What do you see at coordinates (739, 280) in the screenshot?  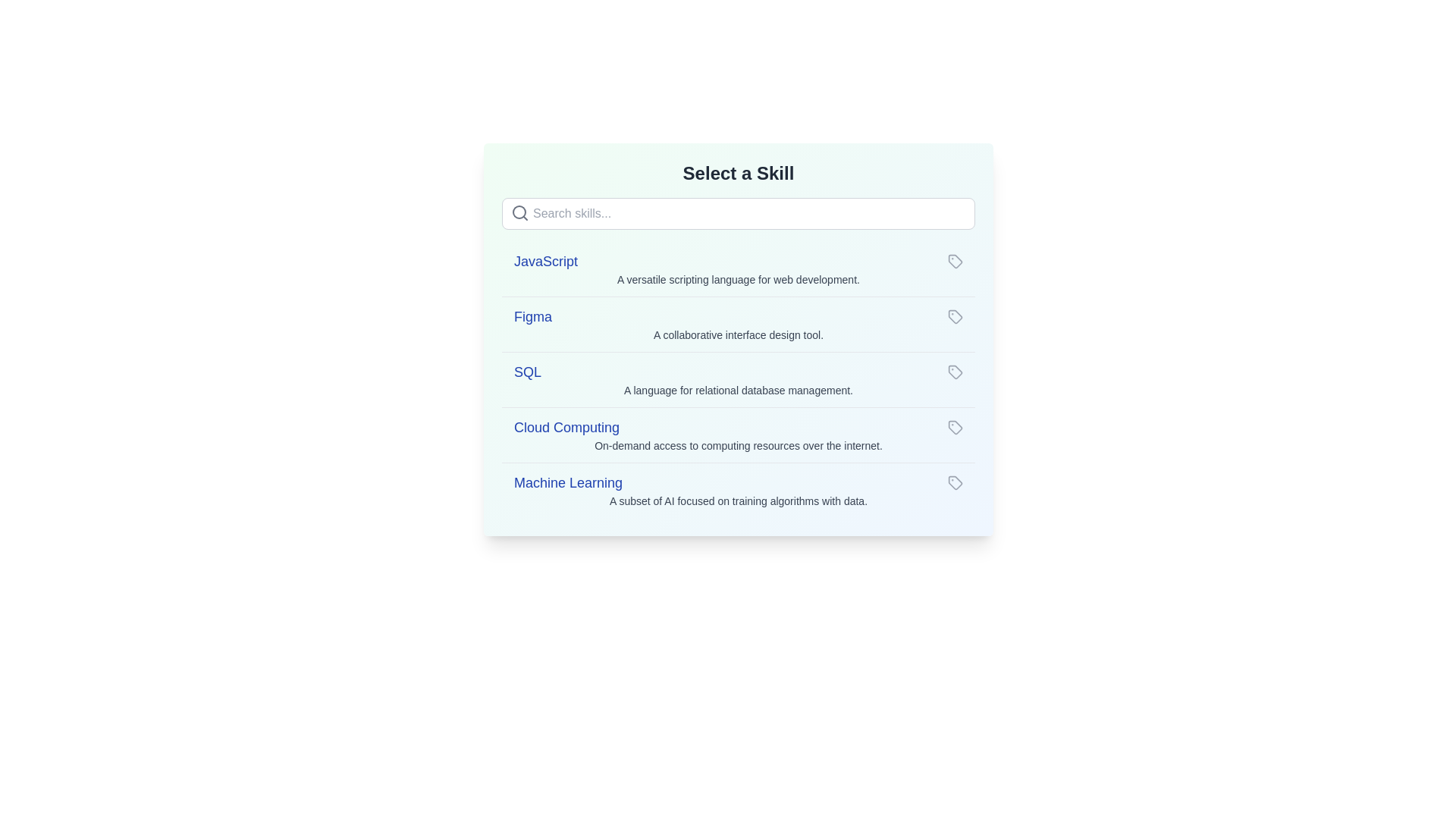 I see `the text label displaying 'A versatile scripting language for web development.' which is located beneath the bold blue title 'JavaScript.'` at bounding box center [739, 280].